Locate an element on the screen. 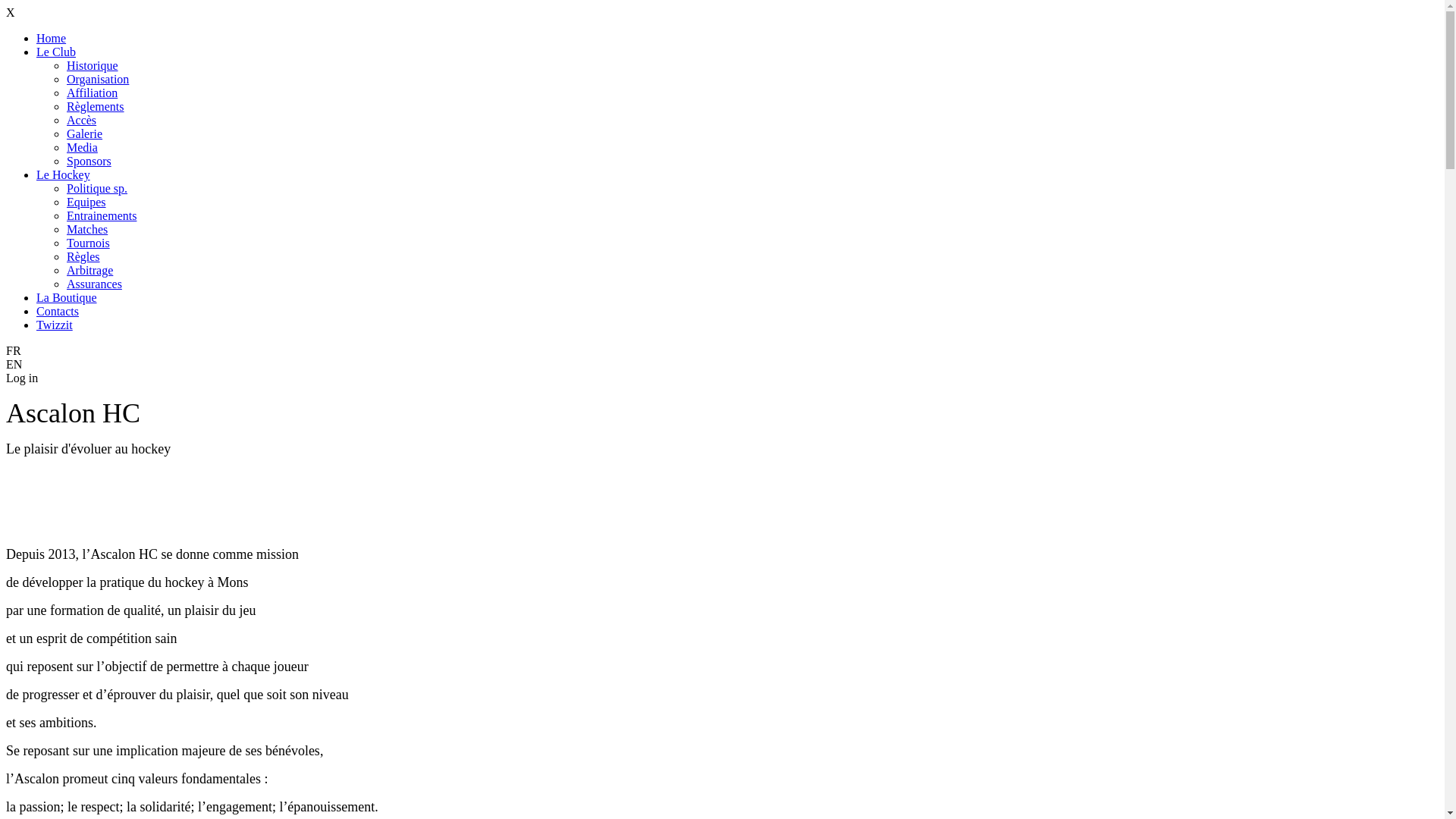 Image resolution: width=1456 pixels, height=819 pixels. 'Contacts' is located at coordinates (58, 310).